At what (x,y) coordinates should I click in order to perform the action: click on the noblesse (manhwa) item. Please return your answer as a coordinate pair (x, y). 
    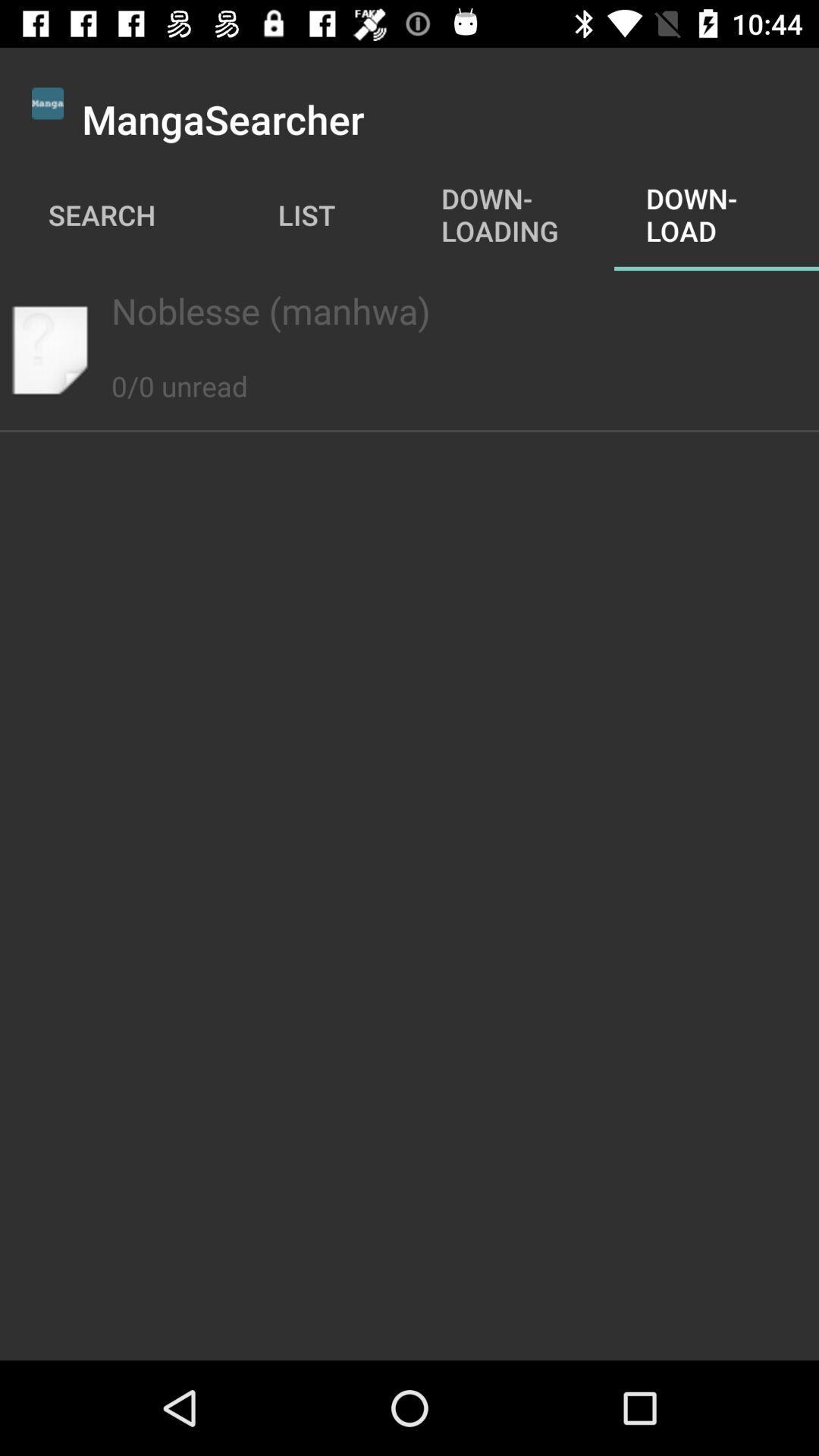
    Looking at the image, I should click on (409, 309).